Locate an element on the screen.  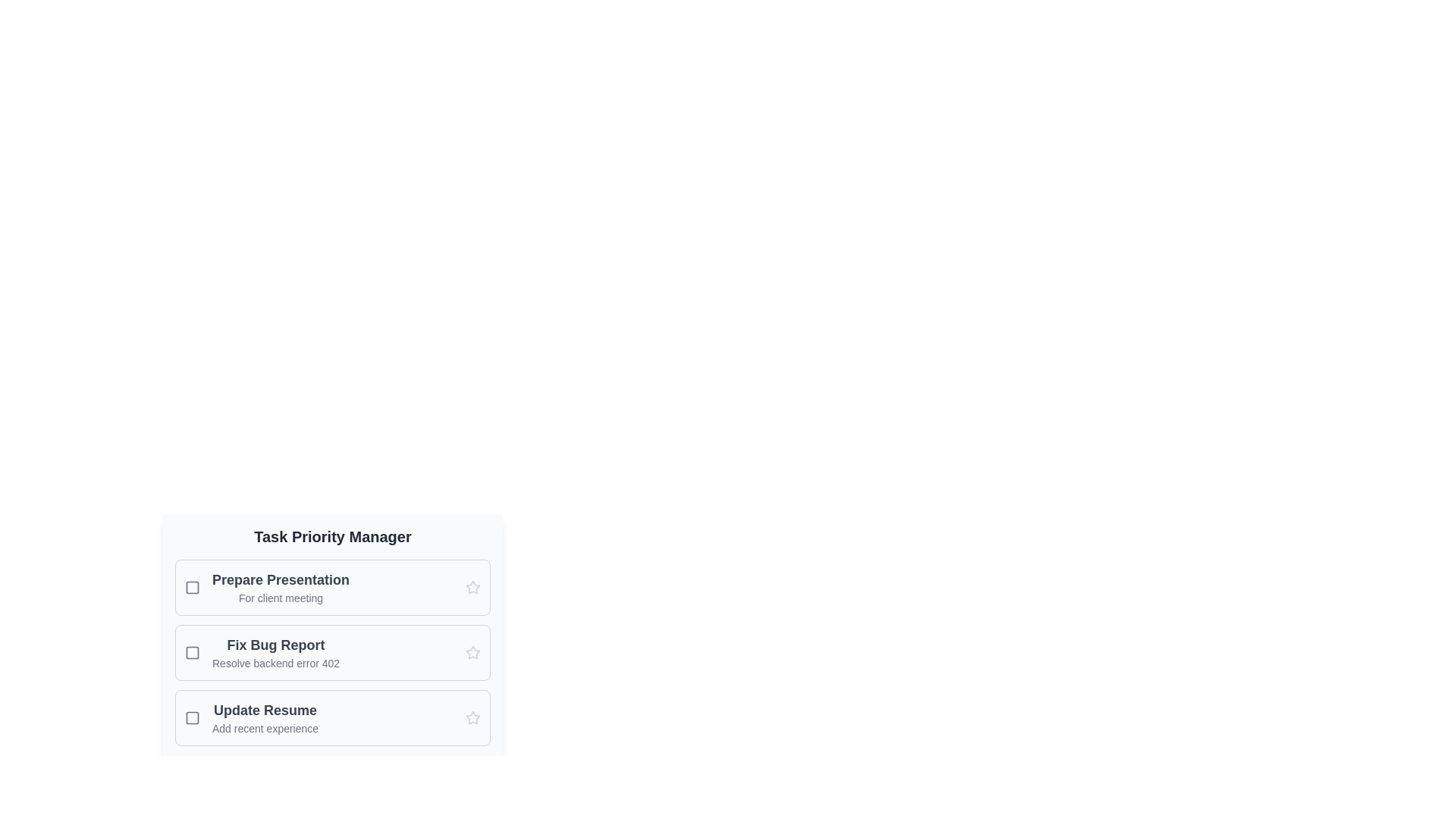
task name text, which serves as the header for the task item, positioned centrally above the subtitle 'Resolve backend error 402' is located at coordinates (276, 645).